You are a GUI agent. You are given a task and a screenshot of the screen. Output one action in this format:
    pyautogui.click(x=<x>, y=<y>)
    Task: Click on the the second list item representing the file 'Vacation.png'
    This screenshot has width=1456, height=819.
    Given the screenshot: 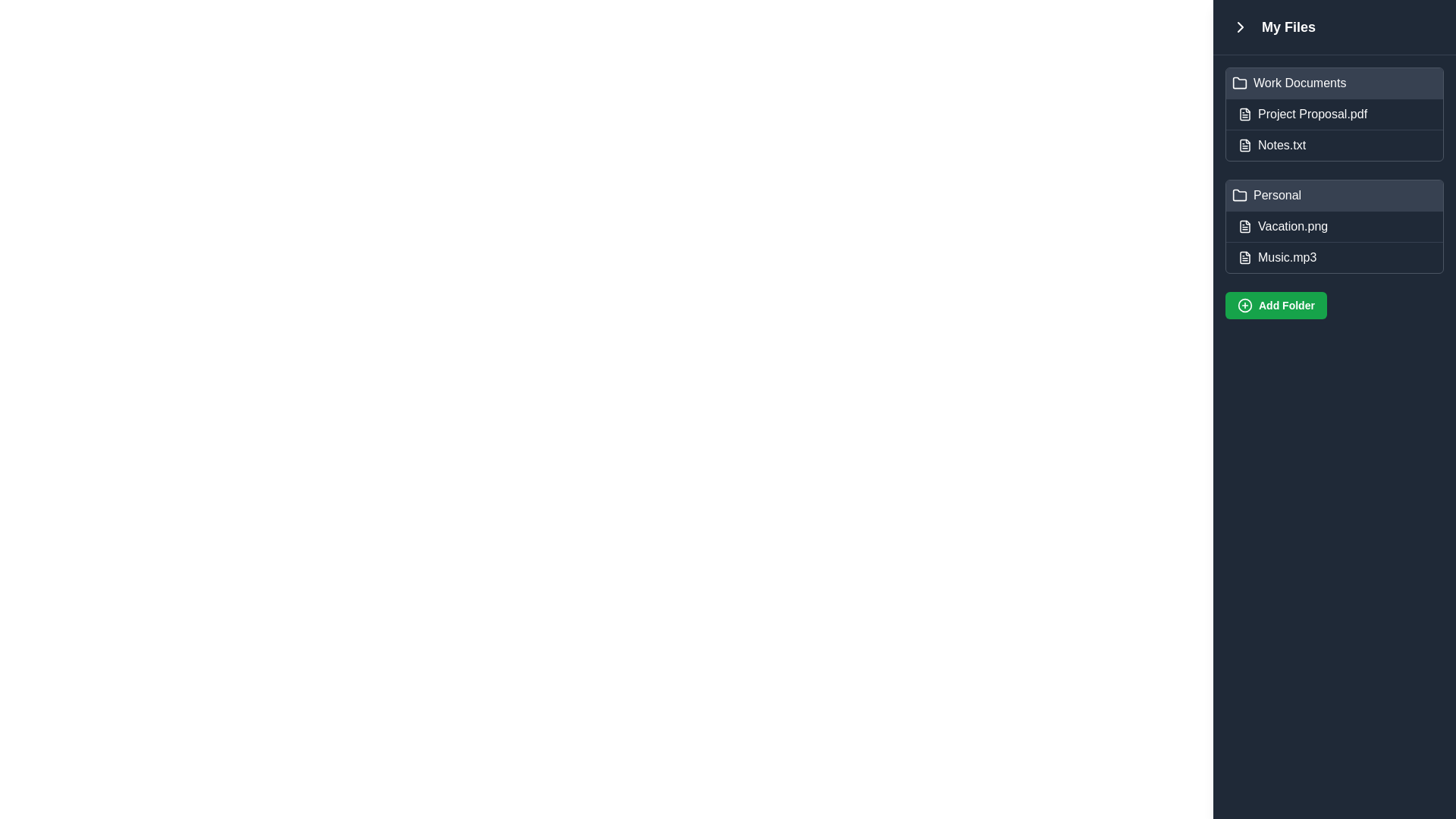 What is the action you would take?
    pyautogui.click(x=1335, y=225)
    